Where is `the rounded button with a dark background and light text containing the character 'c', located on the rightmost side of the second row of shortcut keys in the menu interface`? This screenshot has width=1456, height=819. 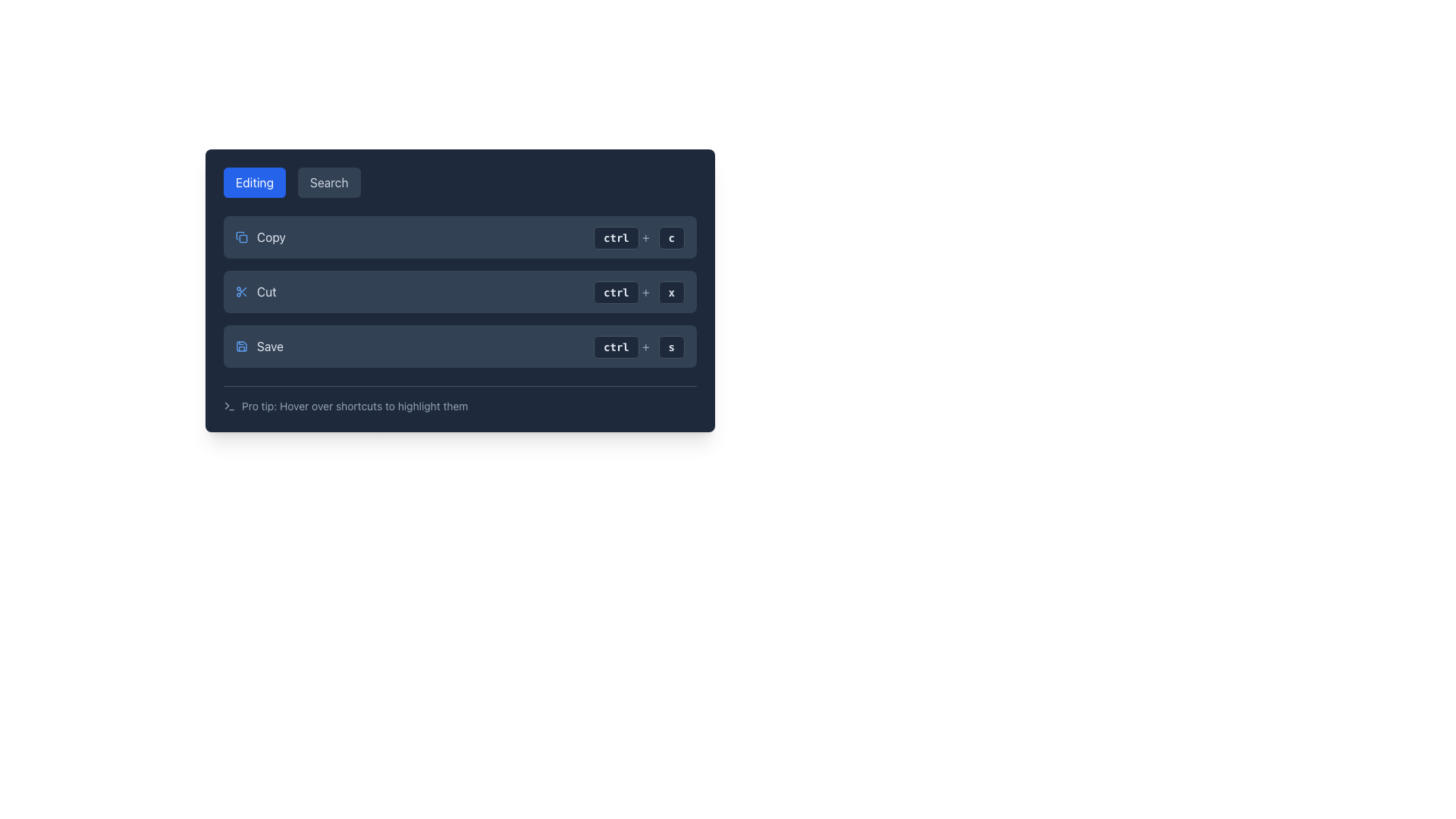 the rounded button with a dark background and light text containing the character 'c', located on the rightmost side of the second row of shortcut keys in the menu interface is located at coordinates (670, 237).